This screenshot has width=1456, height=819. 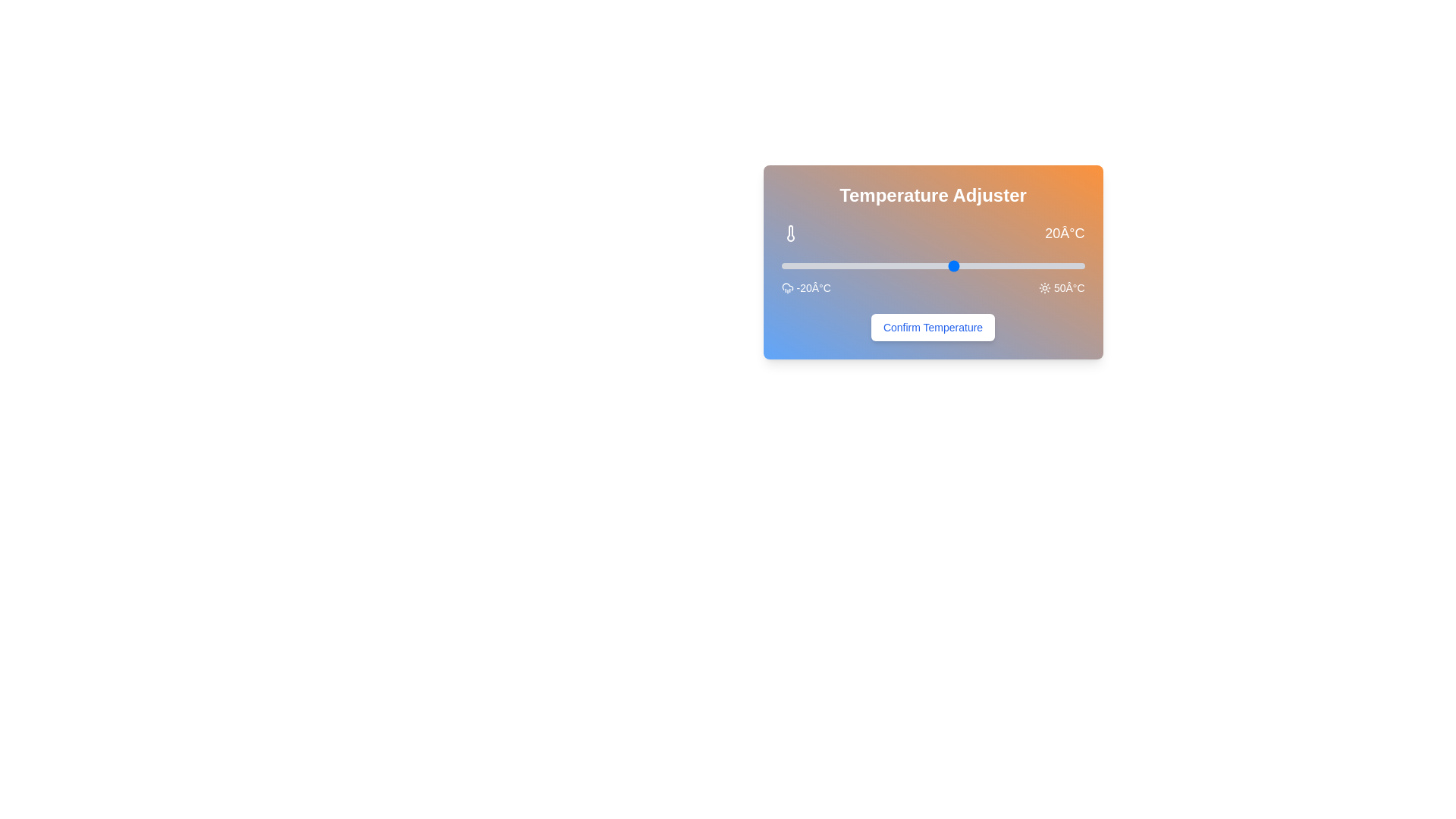 I want to click on the 'Confirm Temperature' button to confirm the selected temperature, so click(x=932, y=327).